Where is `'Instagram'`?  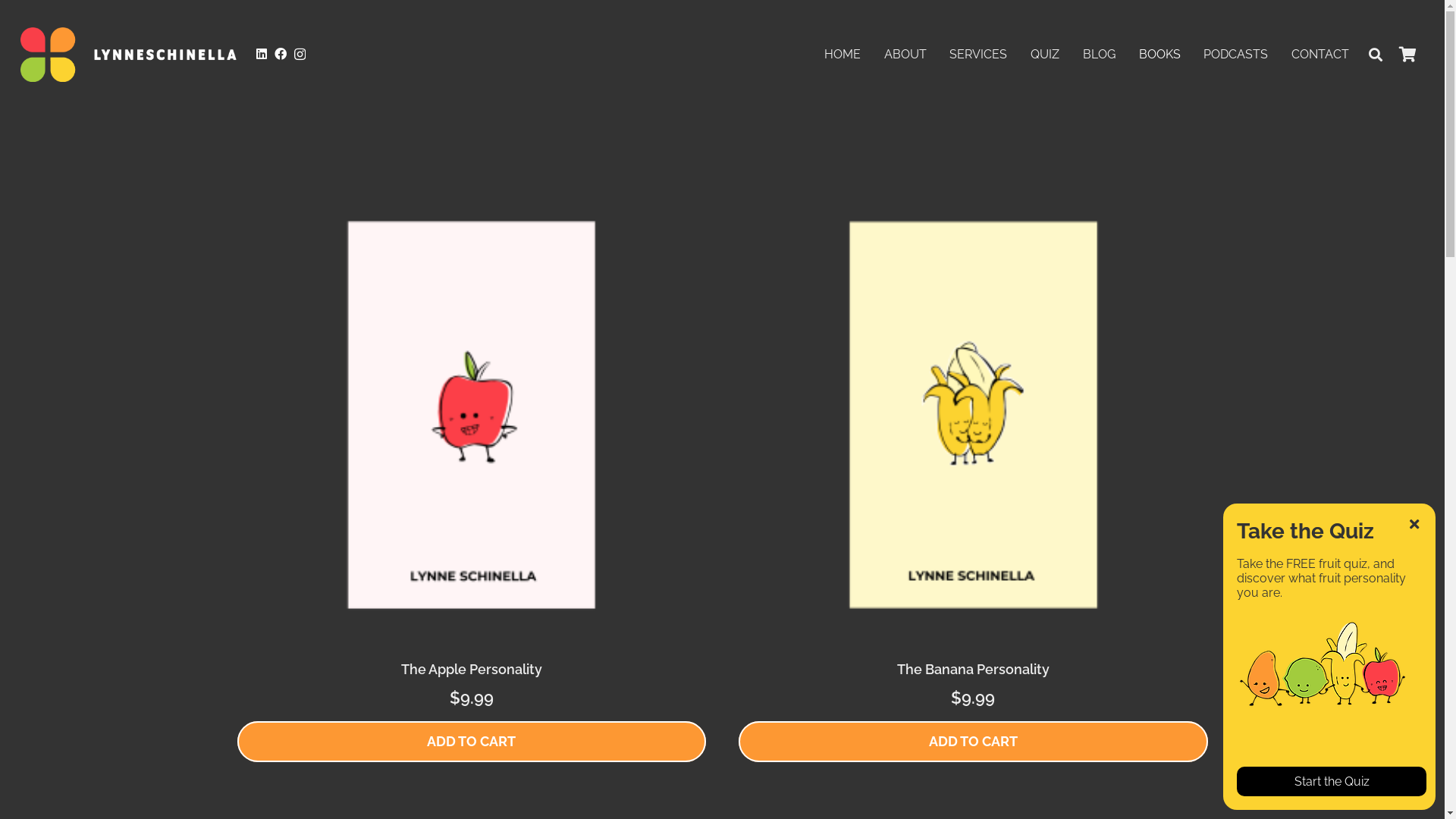 'Instagram' is located at coordinates (300, 54).